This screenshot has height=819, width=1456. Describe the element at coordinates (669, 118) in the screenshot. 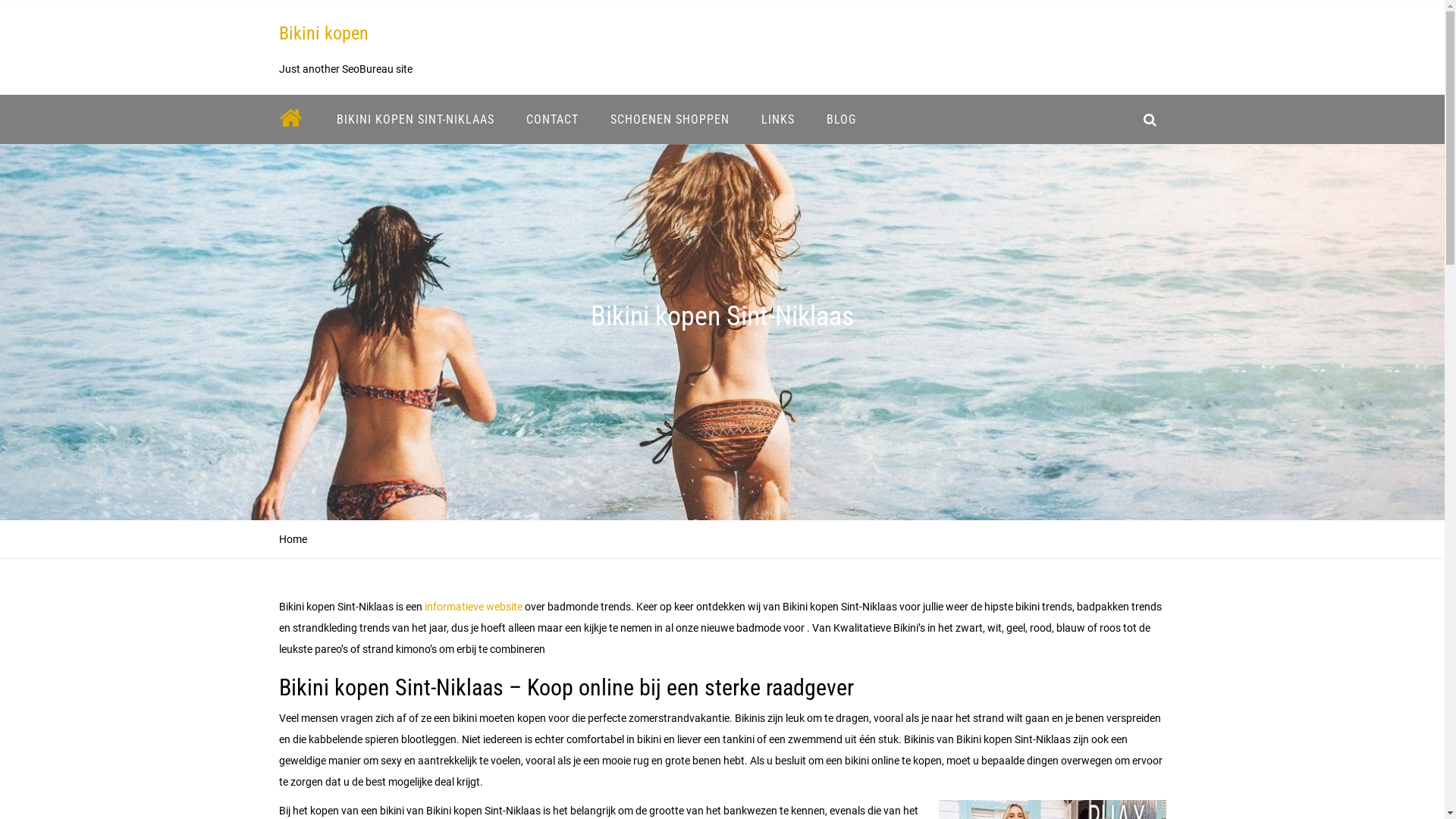

I see `'SCHOENEN SHOPPEN'` at that location.